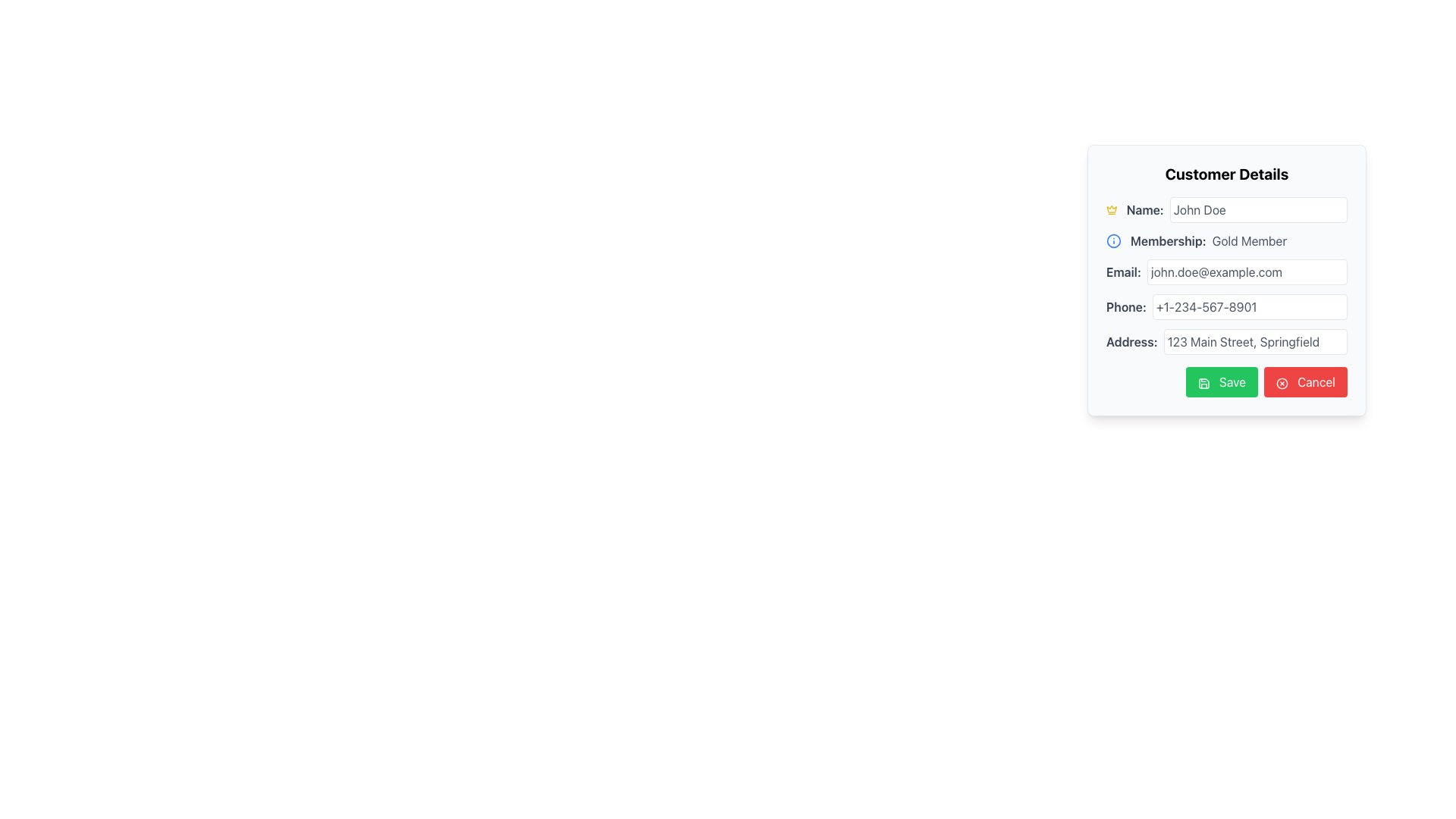  What do you see at coordinates (1112, 210) in the screenshot?
I see `the yellow crown icon located to the left of the 'Name:' text in the customer details interface` at bounding box center [1112, 210].